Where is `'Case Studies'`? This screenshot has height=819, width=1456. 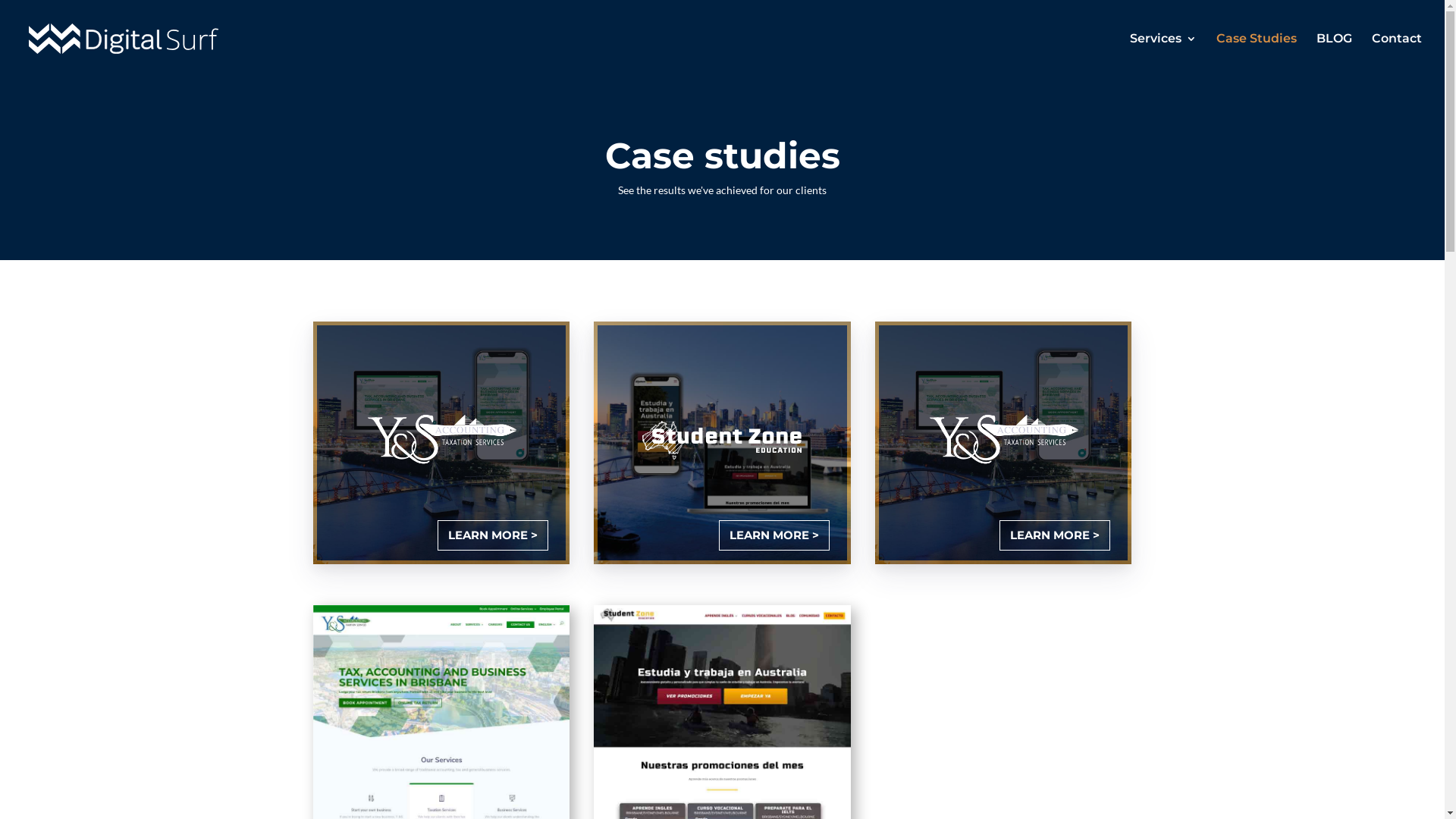
'Case Studies' is located at coordinates (1216, 55).